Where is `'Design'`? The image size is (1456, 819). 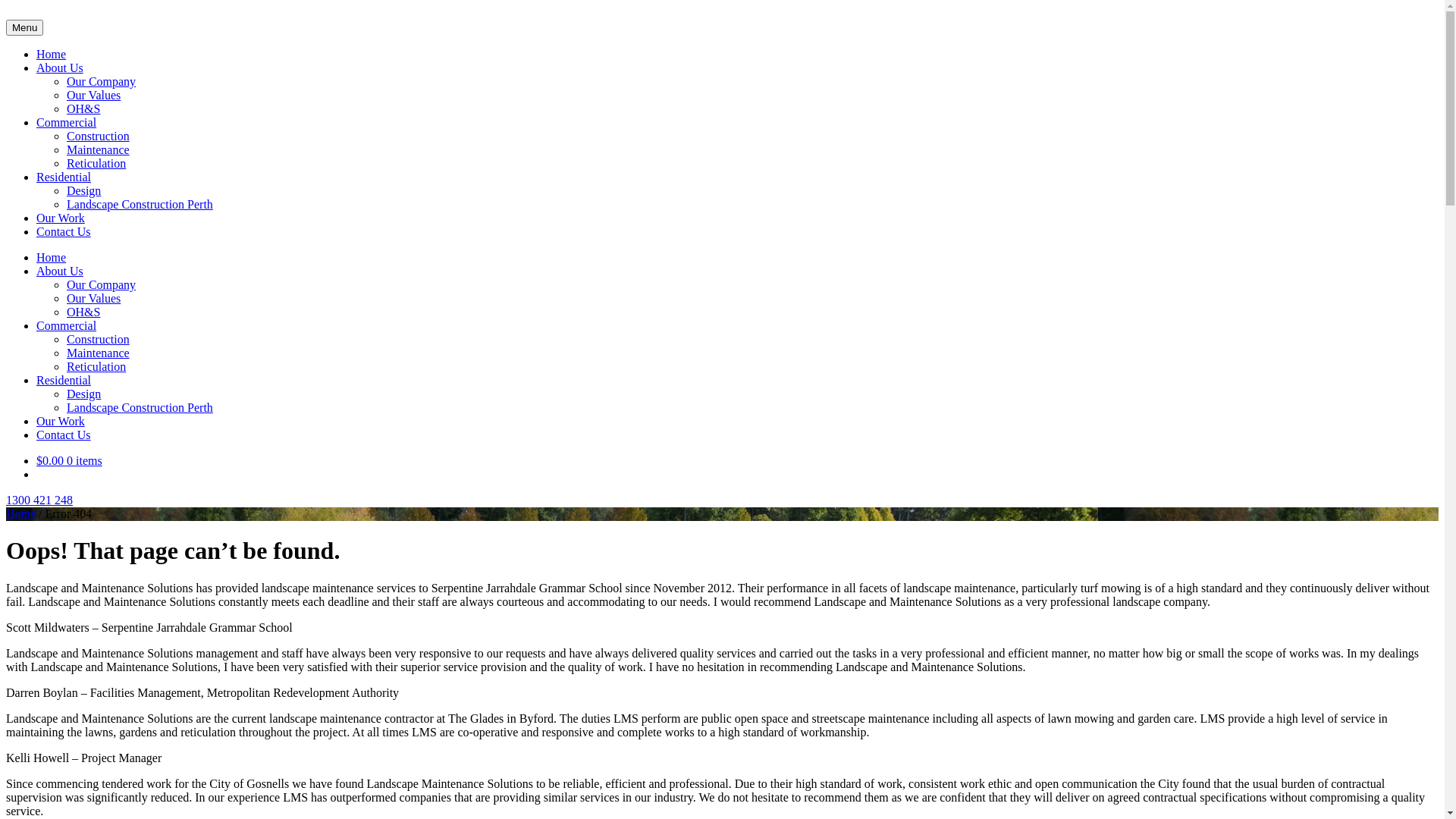 'Design' is located at coordinates (65, 190).